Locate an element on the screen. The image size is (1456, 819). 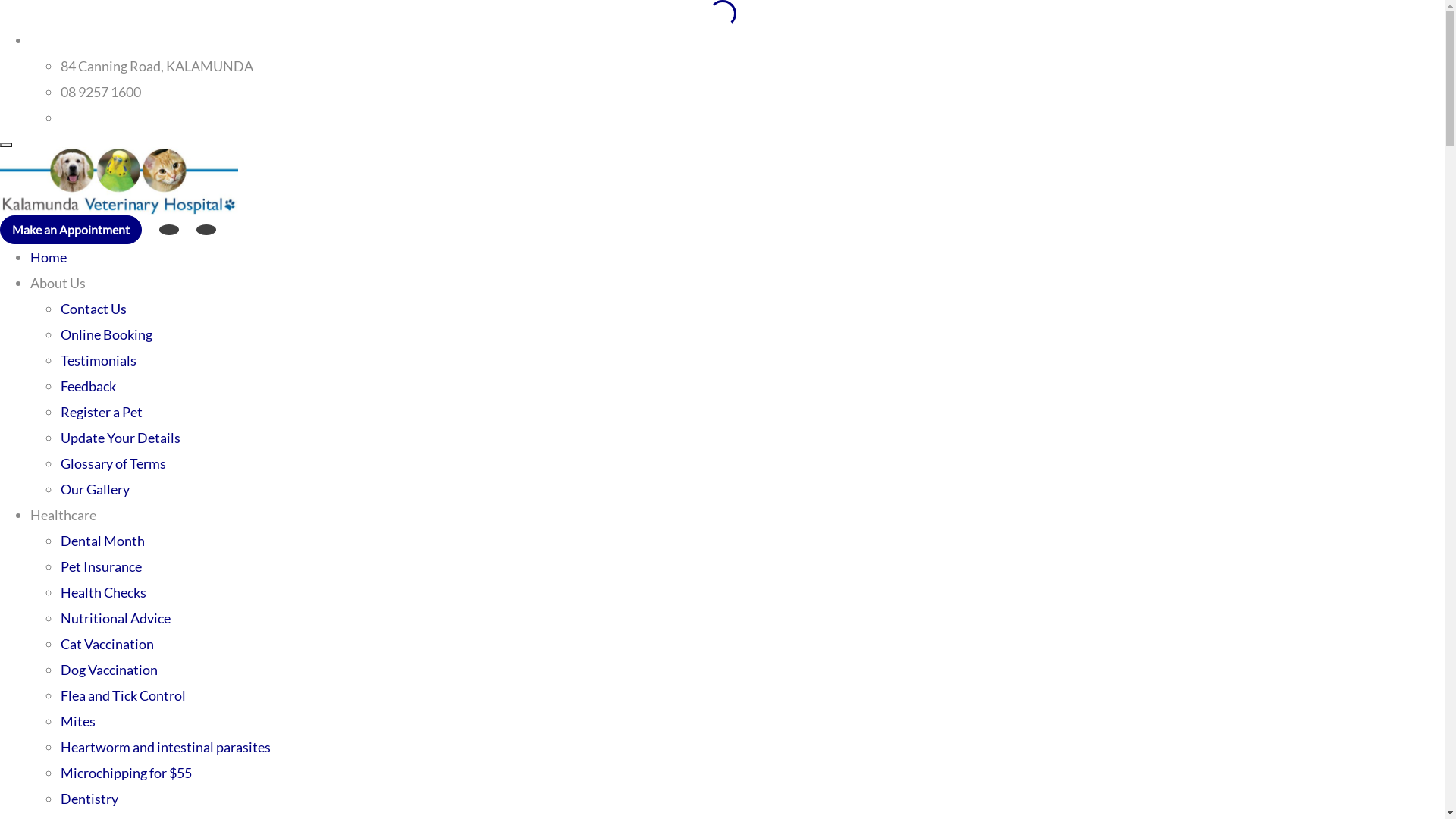
'Health Checks' is located at coordinates (102, 591).